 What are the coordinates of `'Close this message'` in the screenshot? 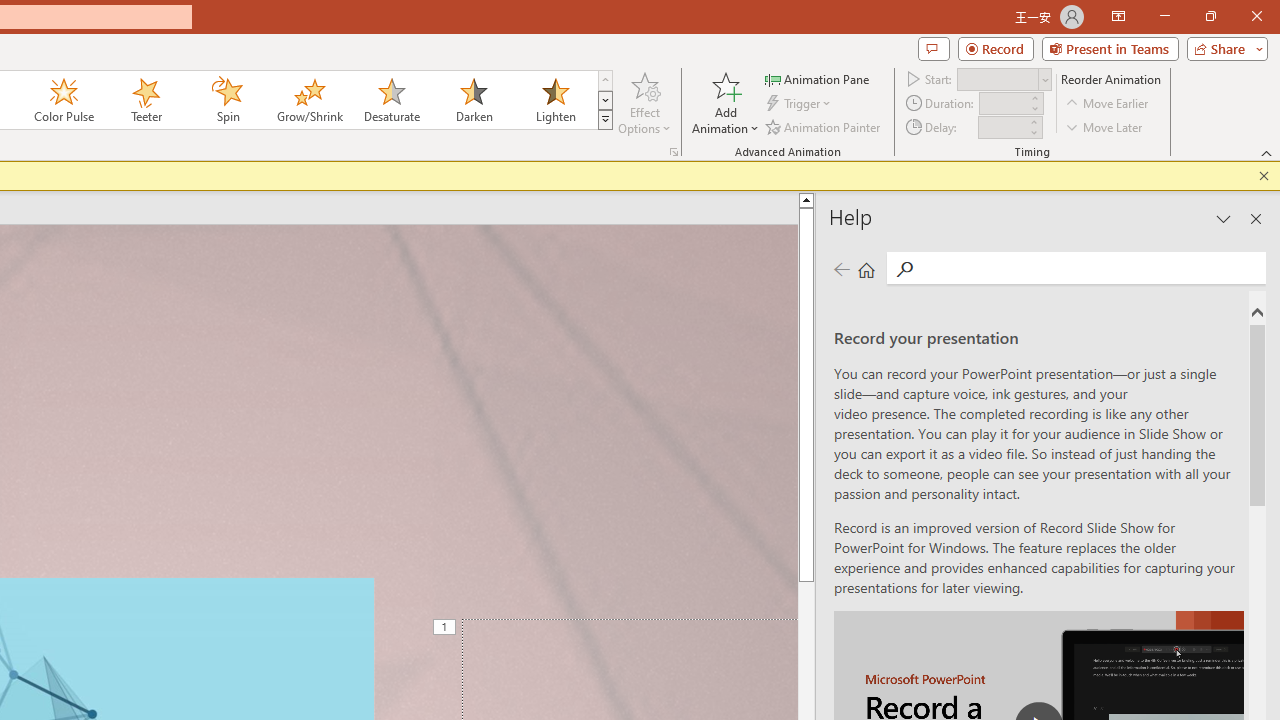 It's located at (1263, 175).